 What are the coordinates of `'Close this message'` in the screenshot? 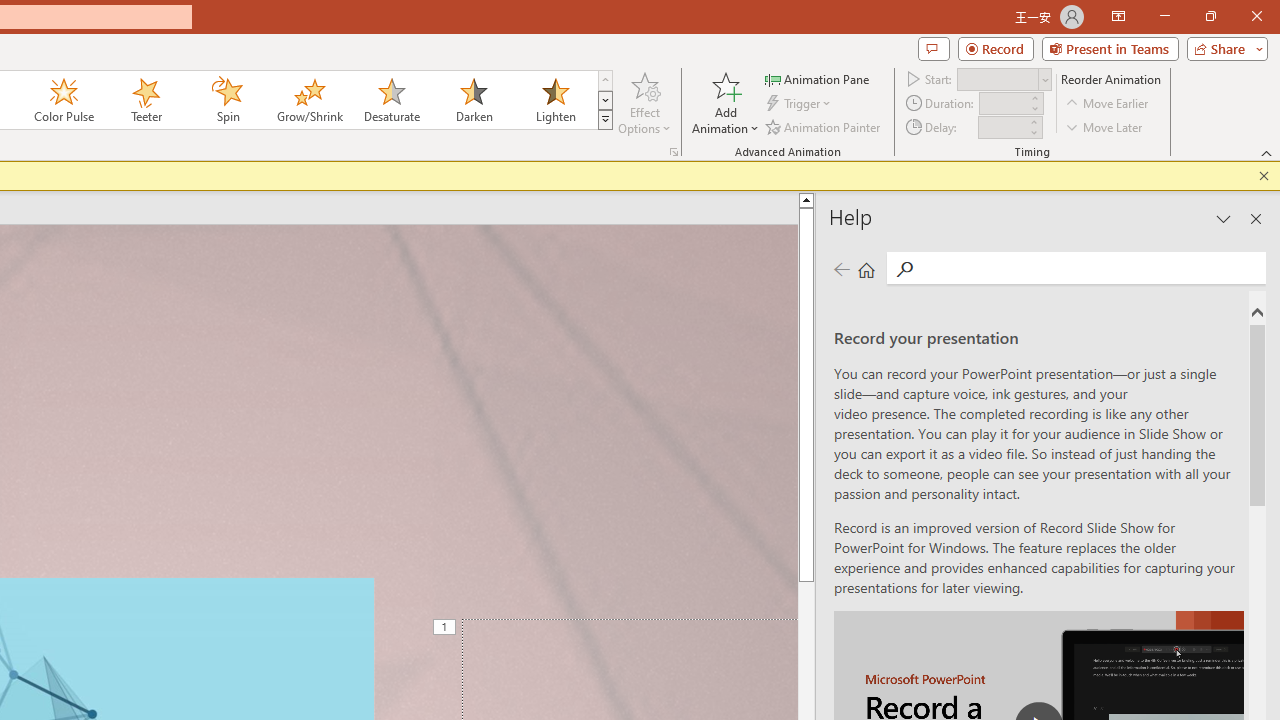 It's located at (1263, 175).